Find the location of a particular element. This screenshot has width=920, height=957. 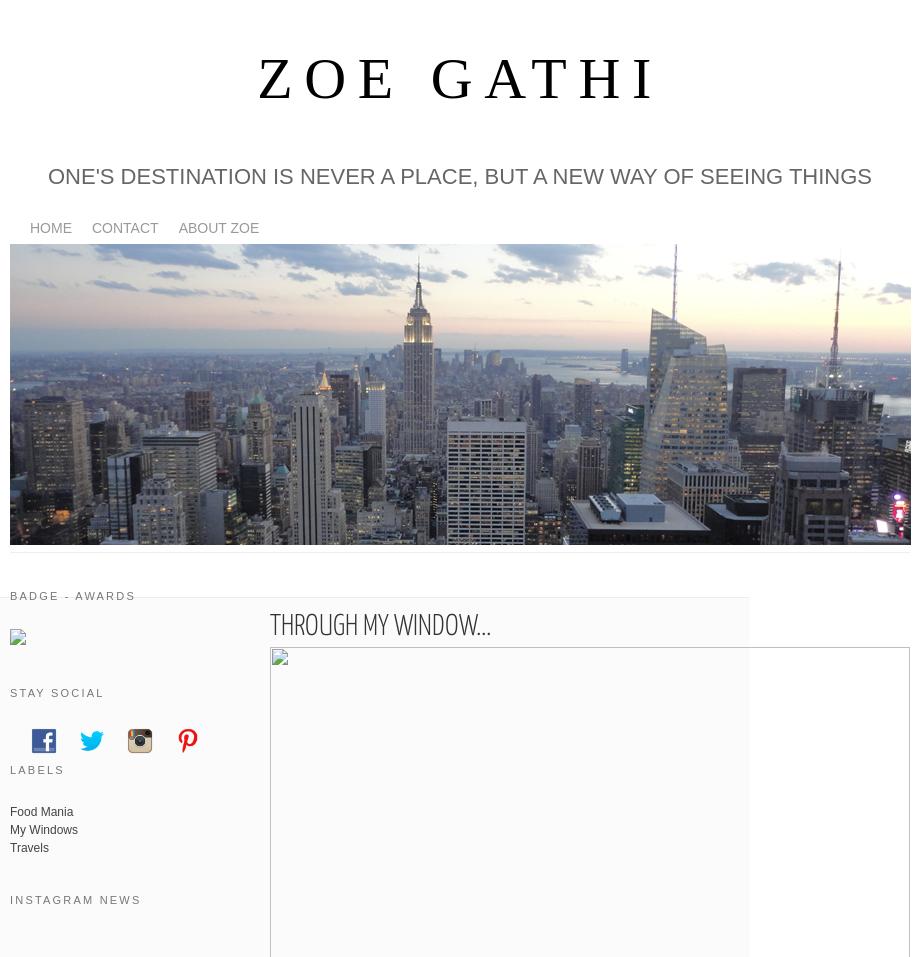

'Travels' is located at coordinates (10, 846).